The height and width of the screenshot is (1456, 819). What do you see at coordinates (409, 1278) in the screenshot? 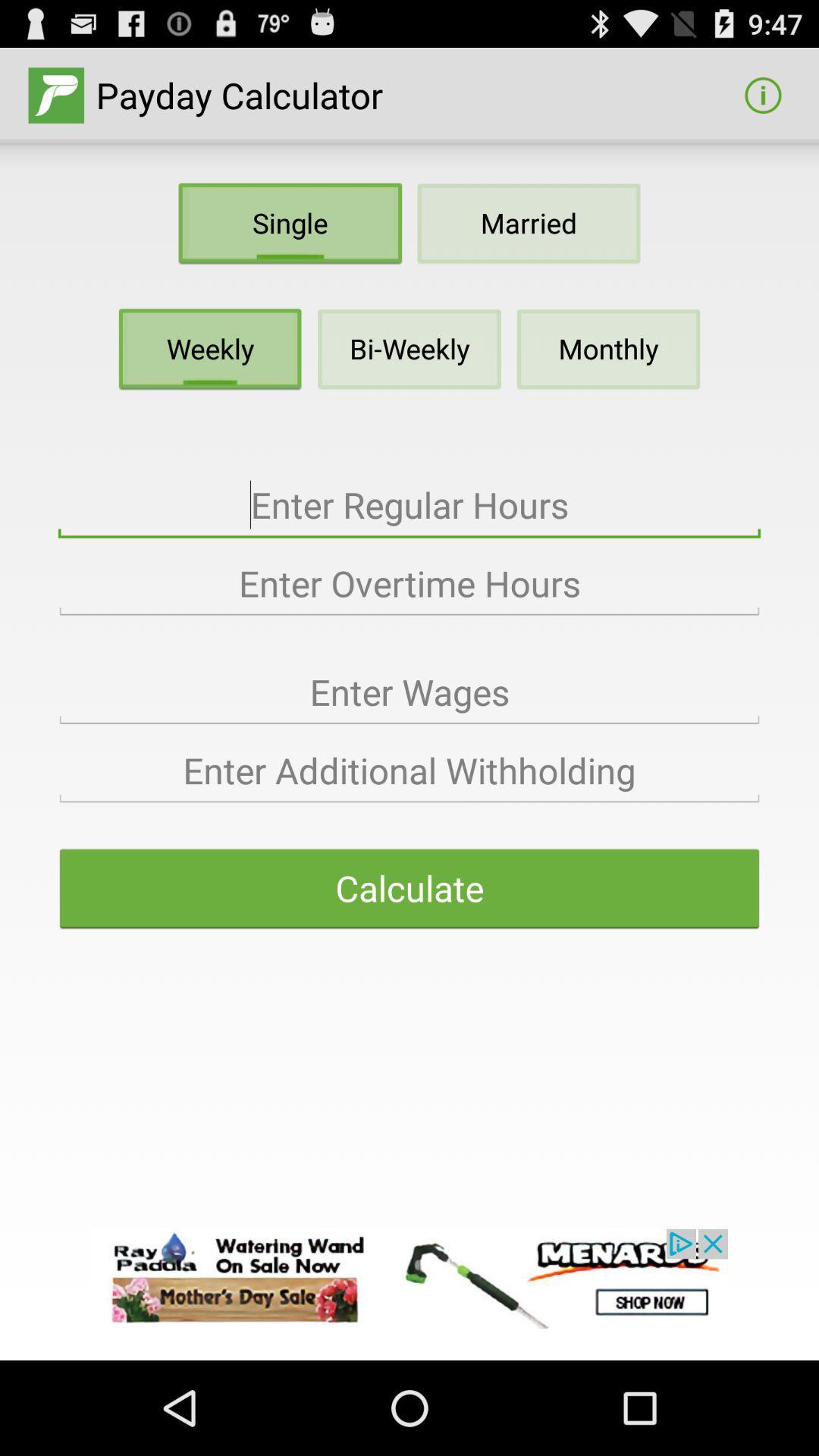
I see `open advertisement` at bounding box center [409, 1278].